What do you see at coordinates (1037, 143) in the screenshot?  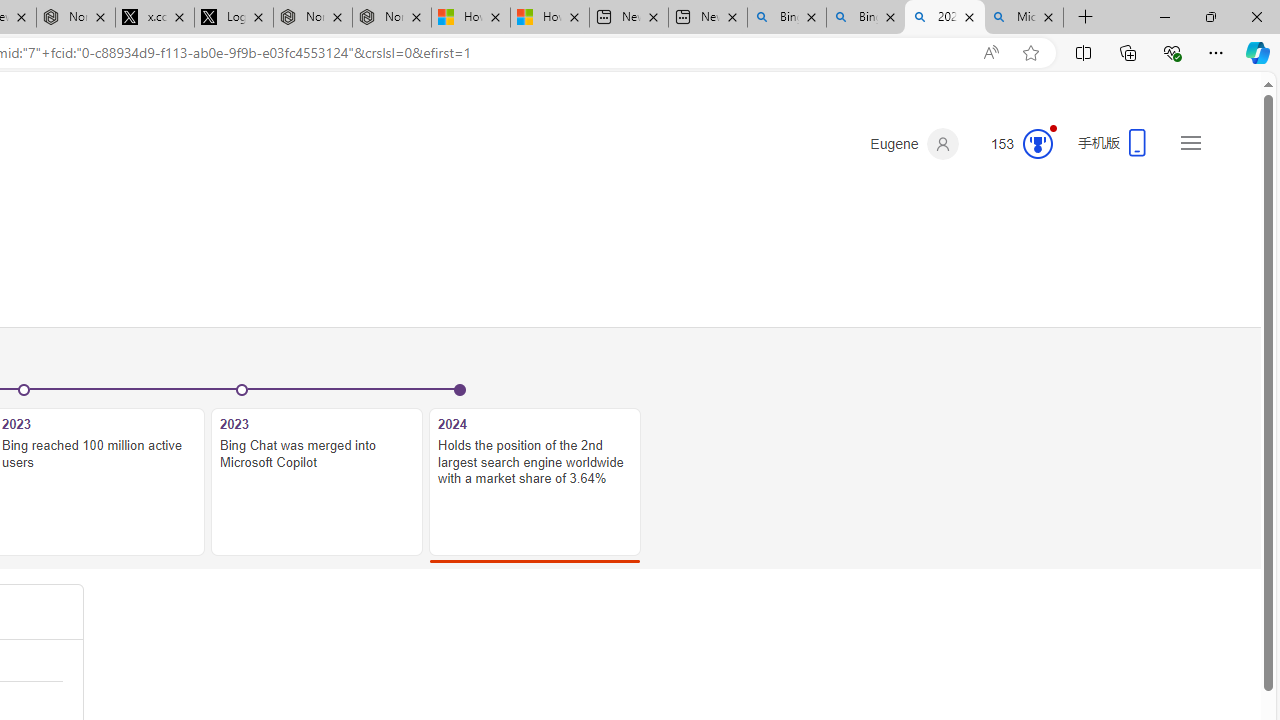 I see `'Class: medal-circled'` at bounding box center [1037, 143].